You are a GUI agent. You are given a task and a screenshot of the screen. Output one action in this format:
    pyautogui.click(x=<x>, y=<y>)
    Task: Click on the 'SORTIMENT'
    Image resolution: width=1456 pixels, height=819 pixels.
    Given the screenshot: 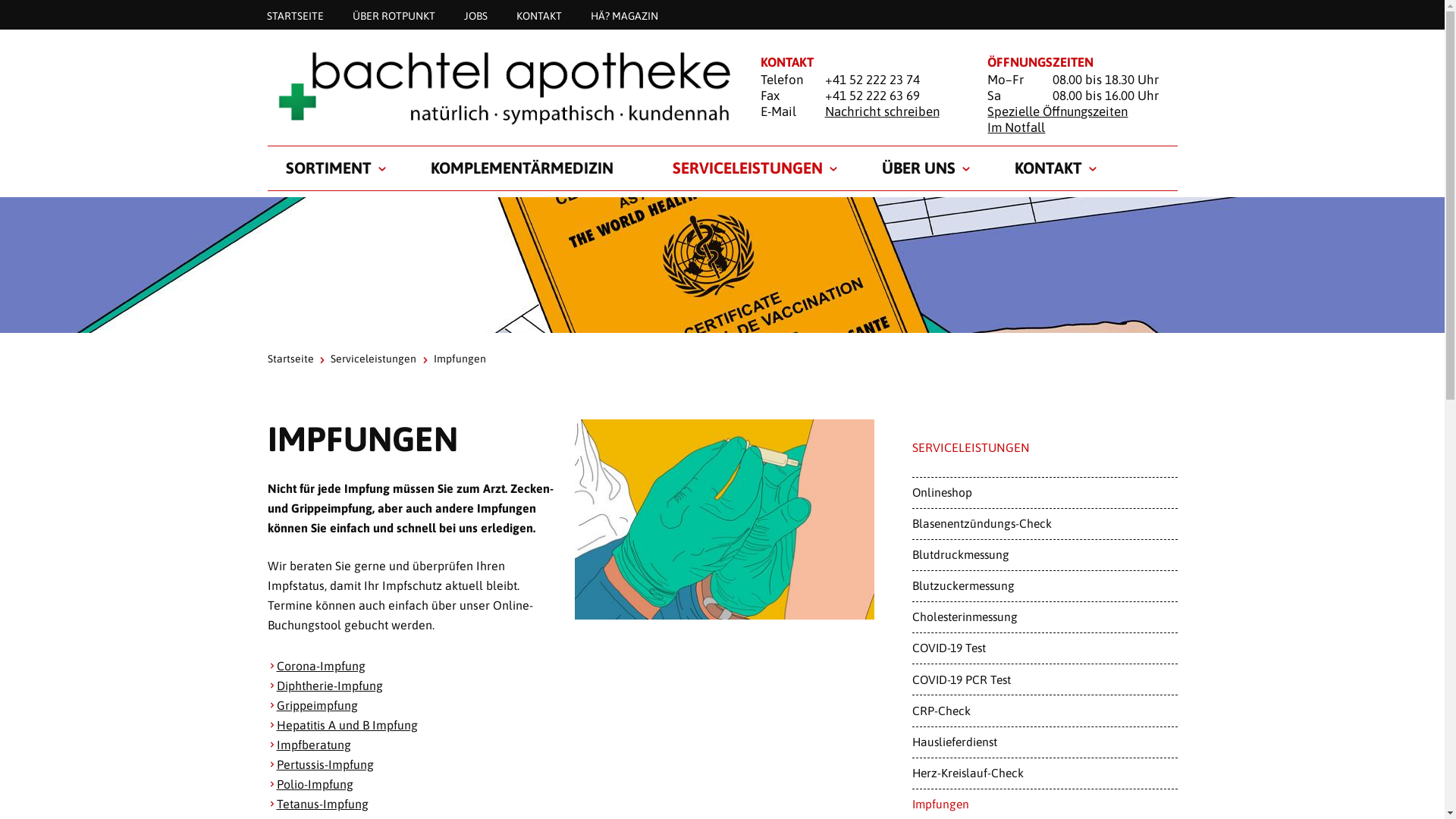 What is the action you would take?
    pyautogui.click(x=327, y=168)
    